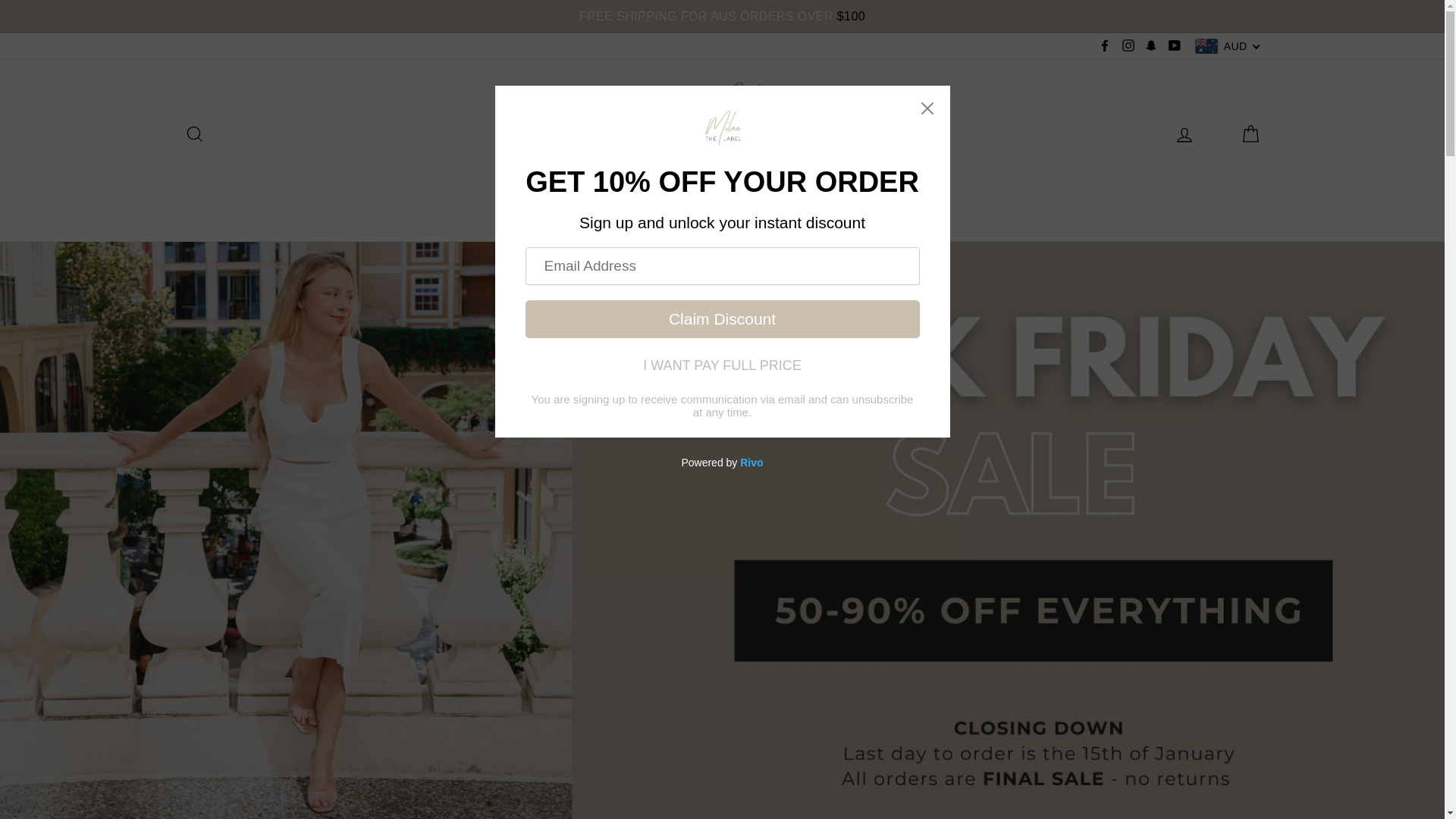 The height and width of the screenshot is (819, 1456). Describe the element at coordinates (607, 209) in the screenshot. I see `'SHOP'` at that location.